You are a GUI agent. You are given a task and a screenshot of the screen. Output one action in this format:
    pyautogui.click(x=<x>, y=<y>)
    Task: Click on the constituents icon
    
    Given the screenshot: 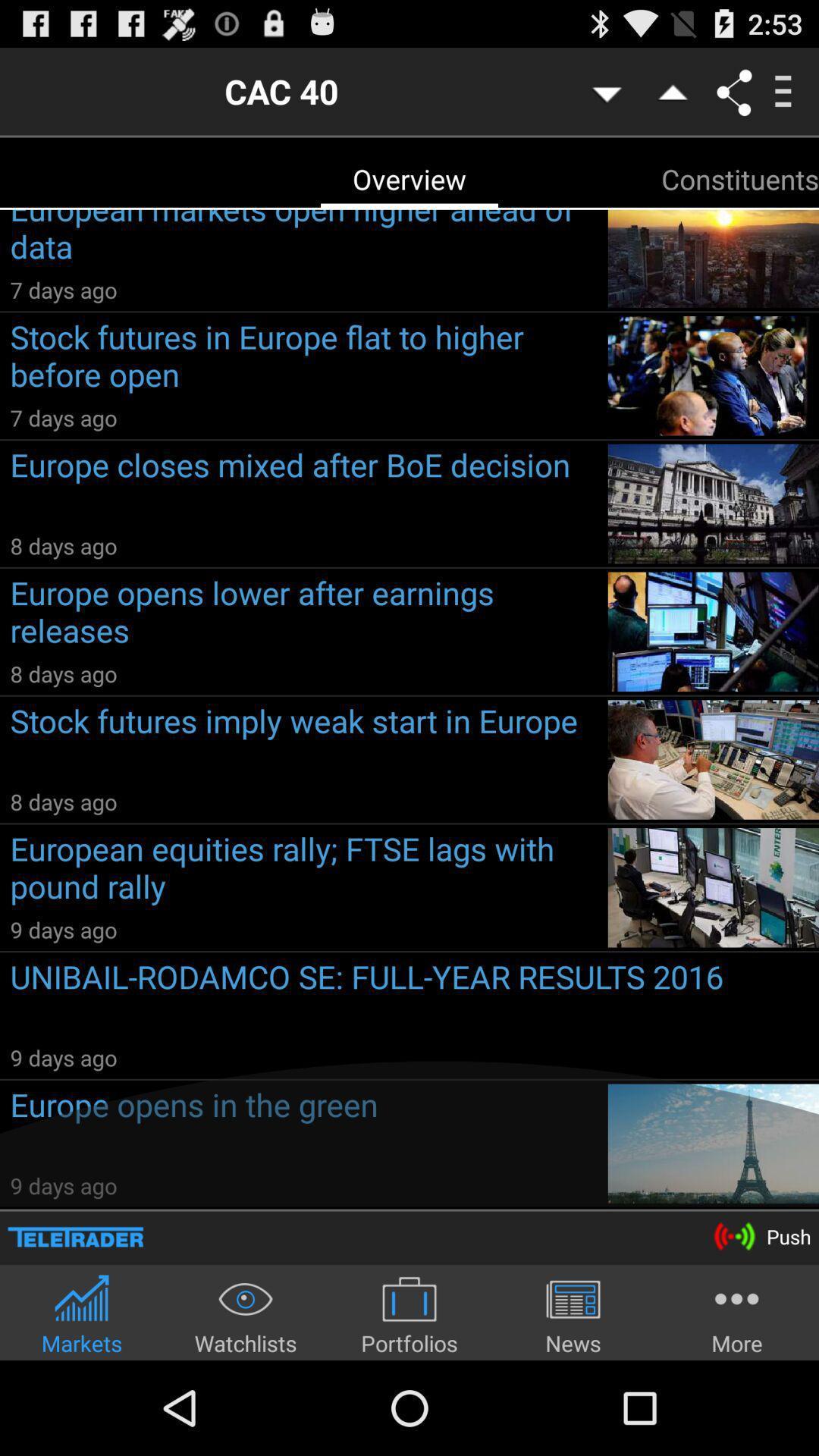 What is the action you would take?
    pyautogui.click(x=739, y=179)
    